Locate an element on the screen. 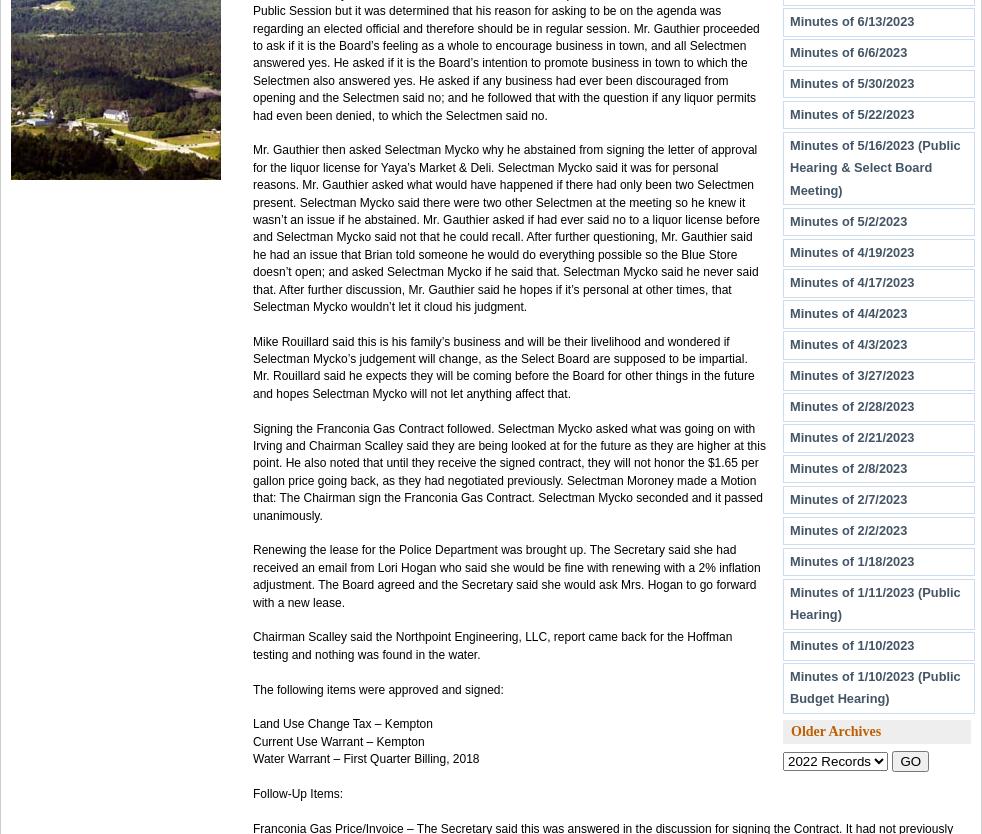  'Minutes of 5/30/2023' is located at coordinates (851, 81).